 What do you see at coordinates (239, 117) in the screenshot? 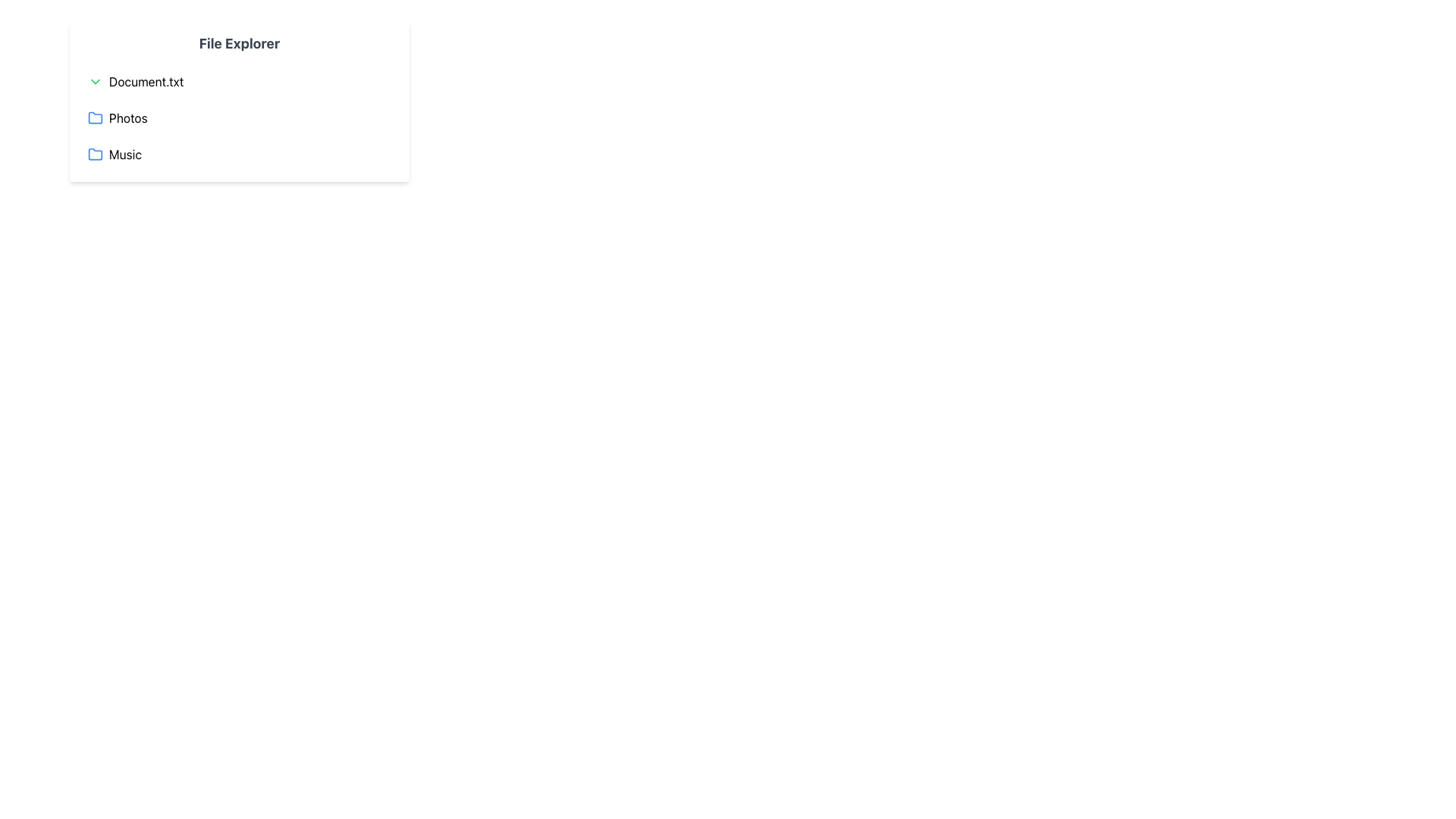
I see `the list item representing the directory named 'Photos' in the File Explorer interface to activate hover effects` at bounding box center [239, 117].